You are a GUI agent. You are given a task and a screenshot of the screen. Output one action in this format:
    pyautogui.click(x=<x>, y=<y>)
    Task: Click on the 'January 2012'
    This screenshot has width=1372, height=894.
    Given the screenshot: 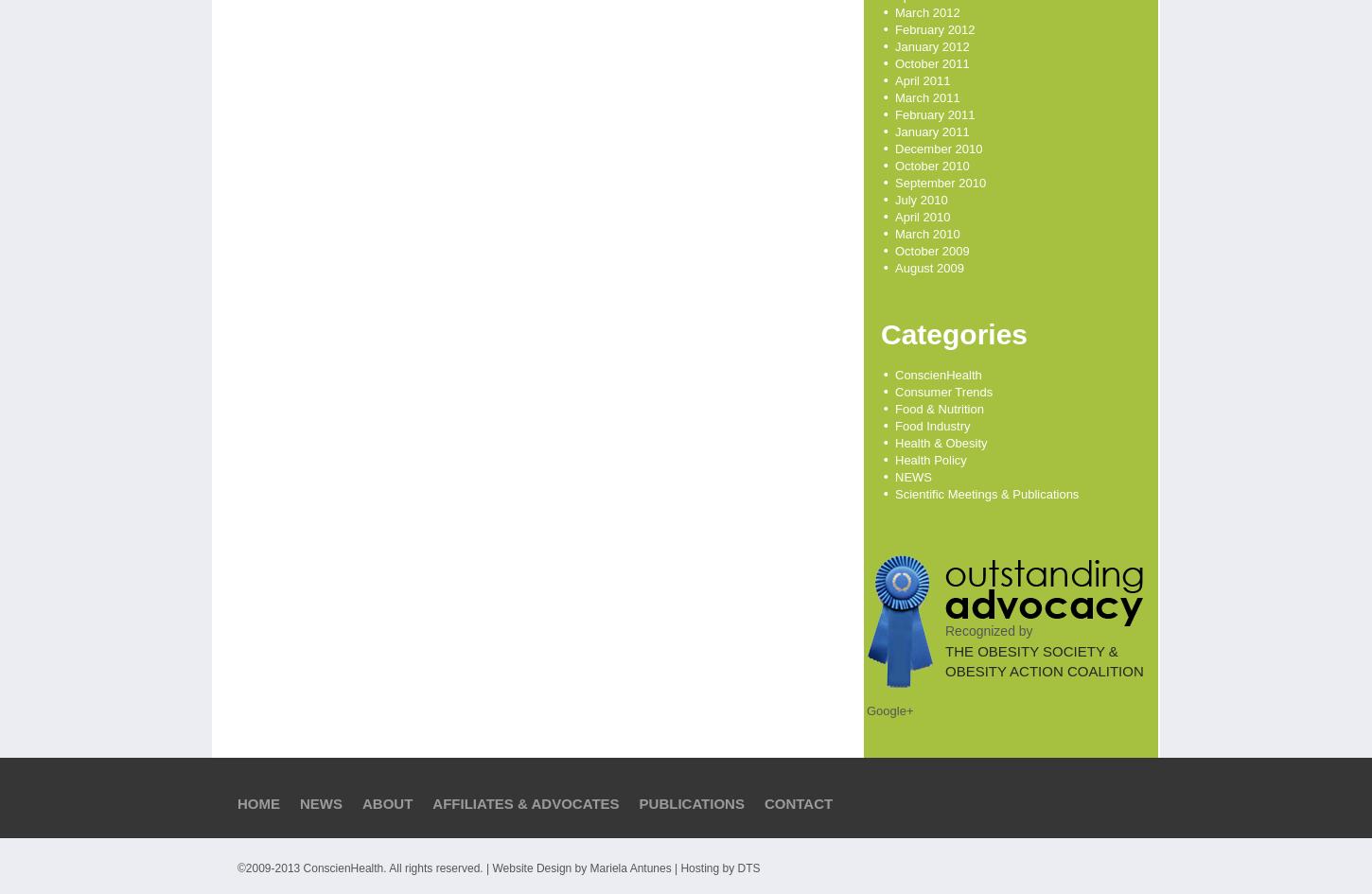 What is the action you would take?
    pyautogui.click(x=931, y=46)
    